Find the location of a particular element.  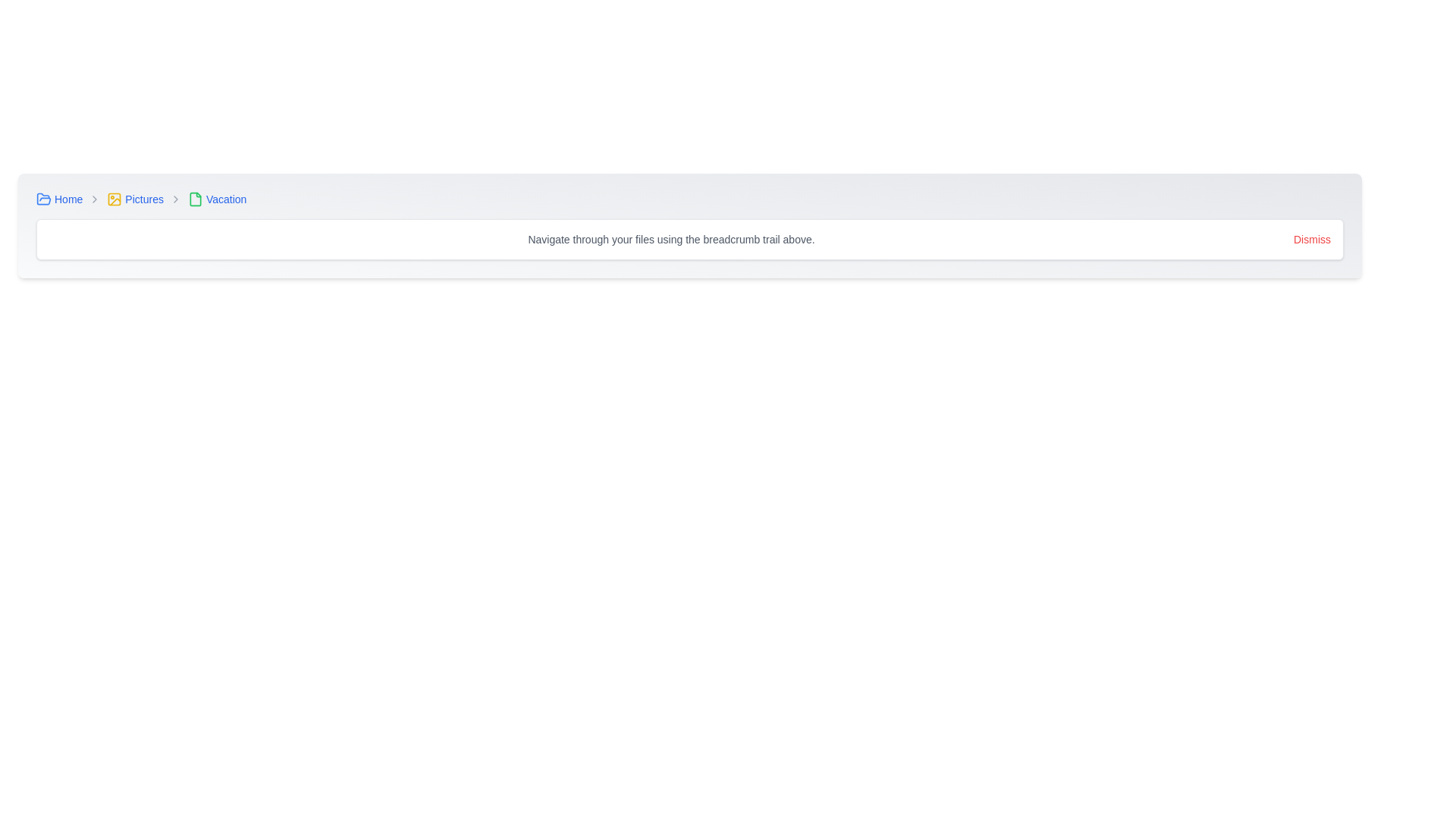

the main text of the notification bar that says 'Navigate through your files using the breadcrumb trail above.' is located at coordinates (689, 239).